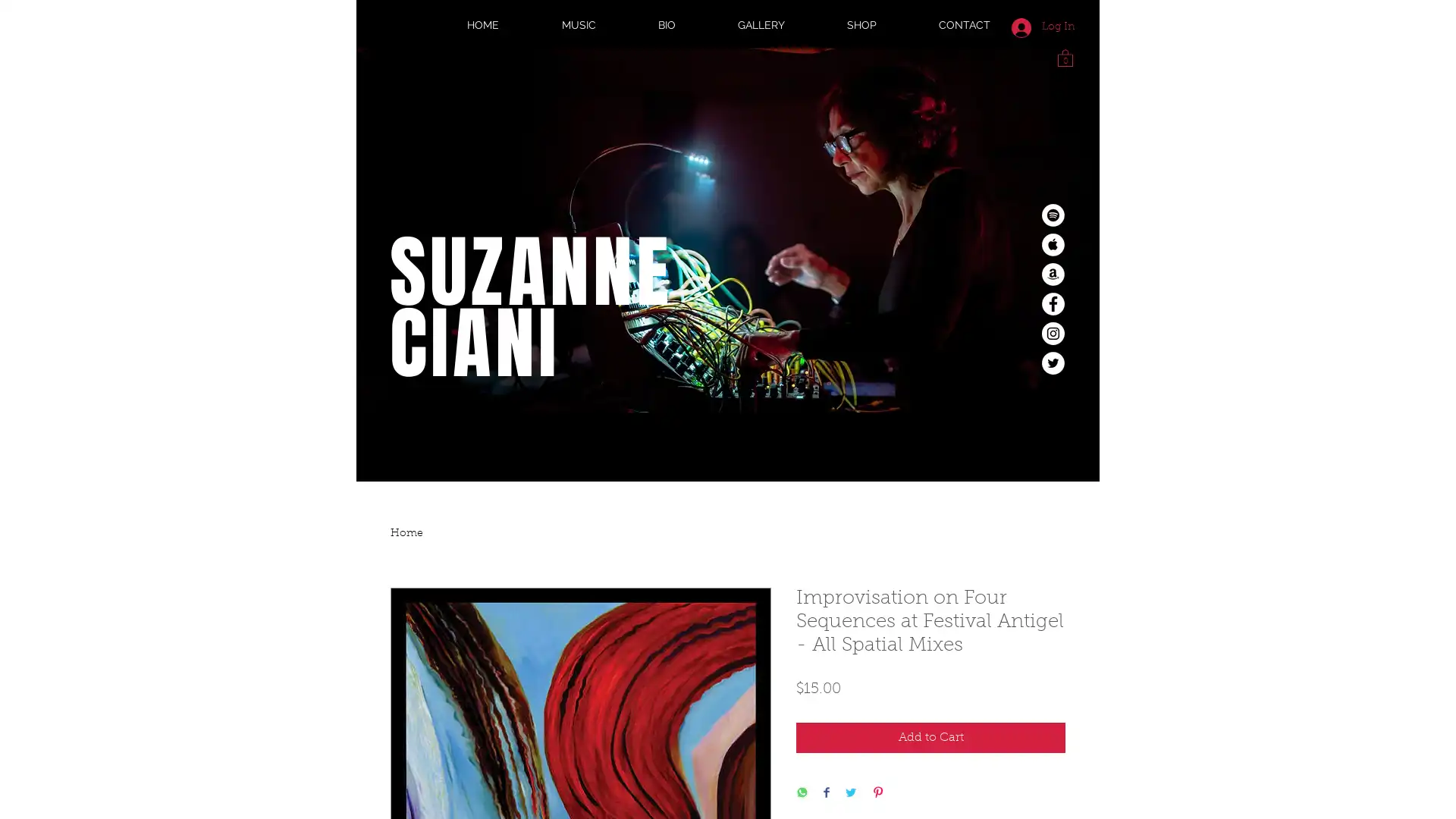 The width and height of the screenshot is (1456, 819). Describe the element at coordinates (1065, 56) in the screenshot. I see `Cart with 0 items` at that location.